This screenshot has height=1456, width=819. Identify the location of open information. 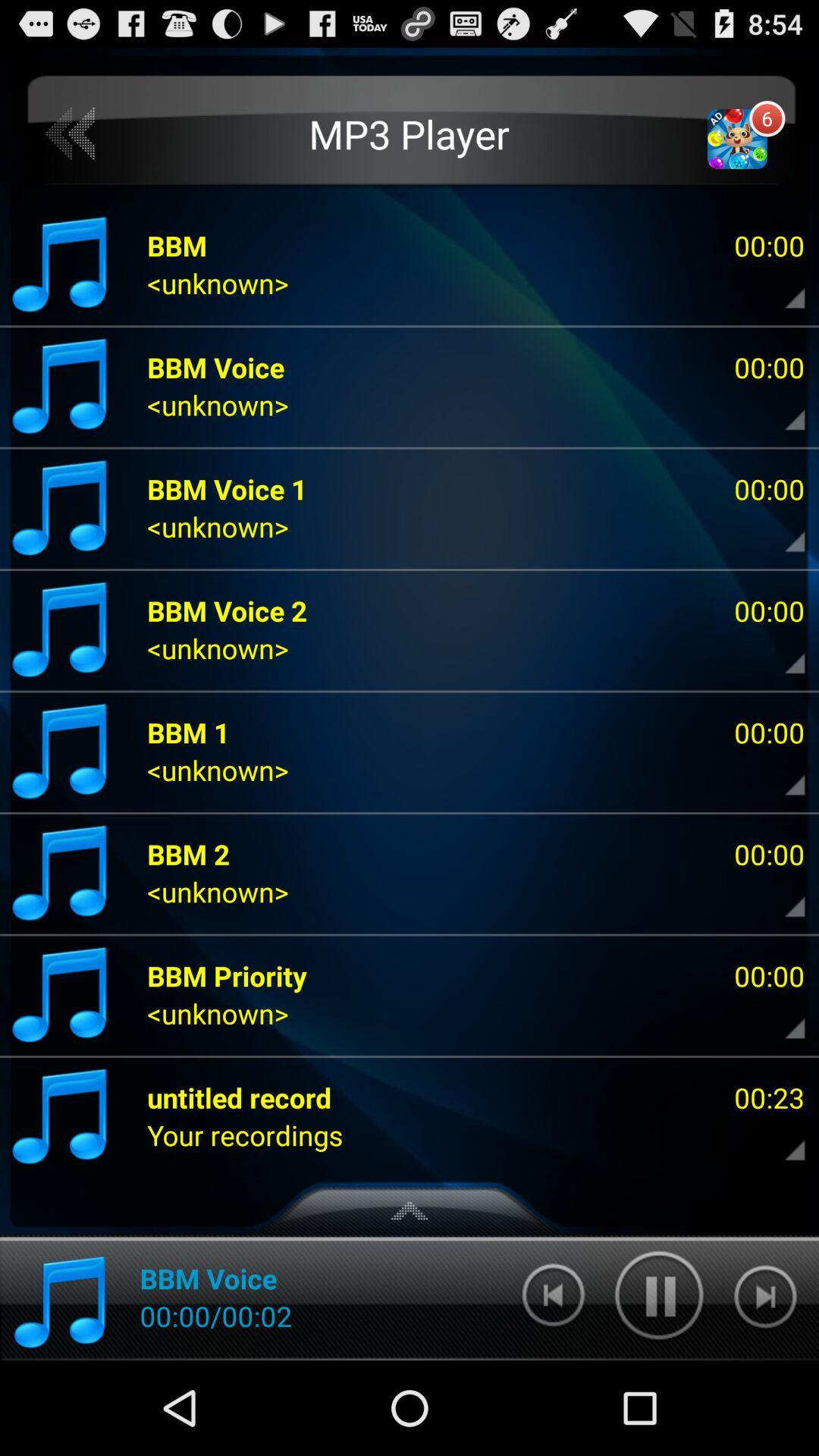
(782, 409).